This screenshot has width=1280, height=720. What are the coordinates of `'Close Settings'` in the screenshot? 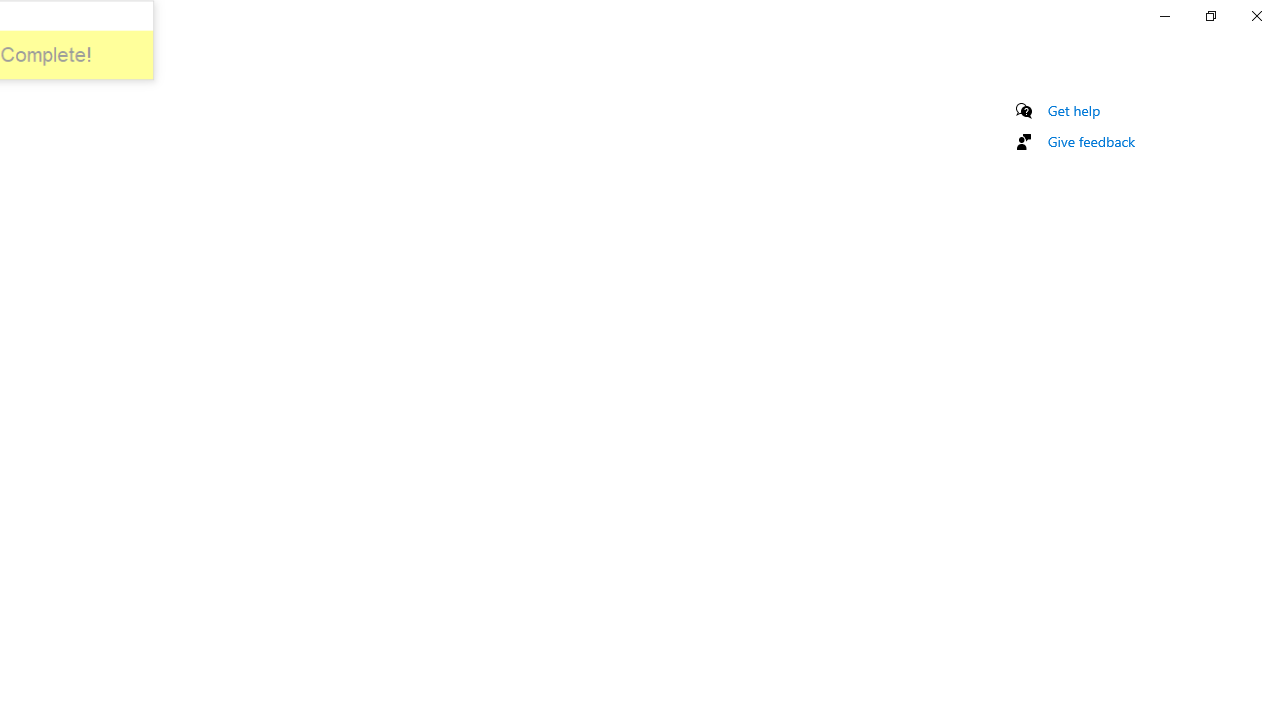 It's located at (1255, 15).